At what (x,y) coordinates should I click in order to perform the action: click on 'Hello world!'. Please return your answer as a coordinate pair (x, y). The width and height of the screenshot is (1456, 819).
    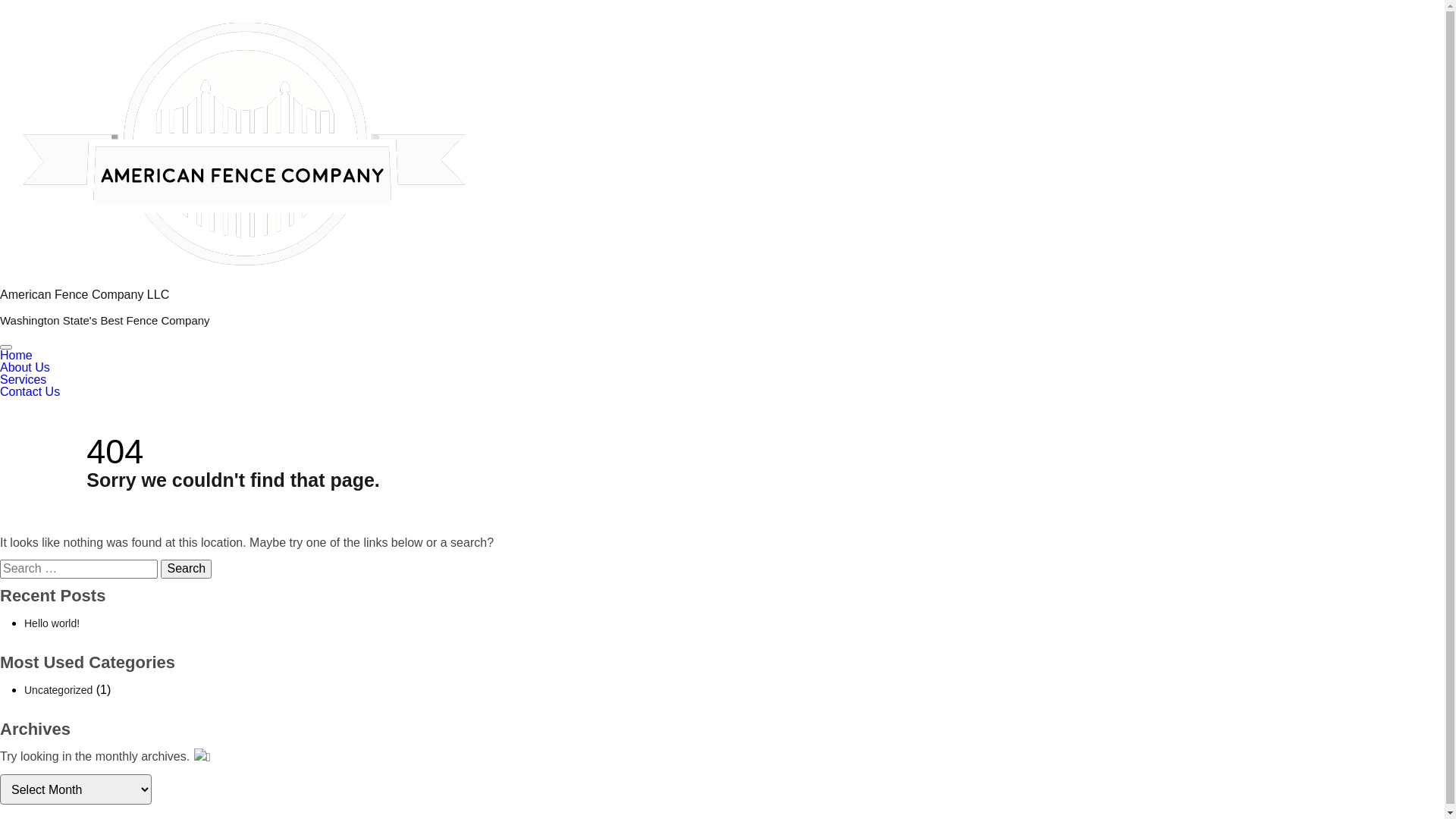
    Looking at the image, I should click on (52, 623).